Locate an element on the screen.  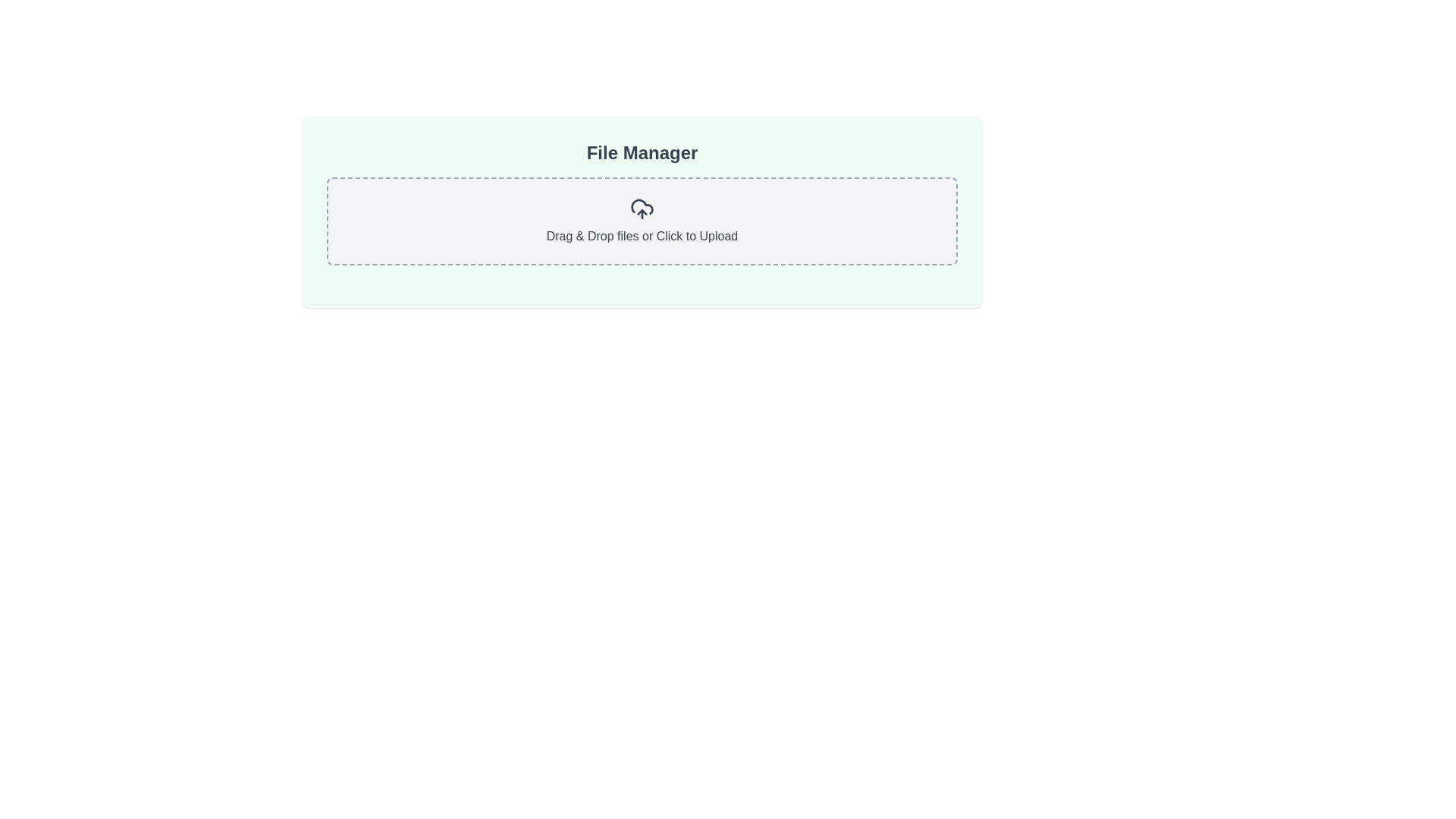
the cloud-shaped icon with an upward arrow, styled in a thin, modern vector design, located above the text 'Drag & Drop files or Click to Upload' is located at coordinates (642, 209).